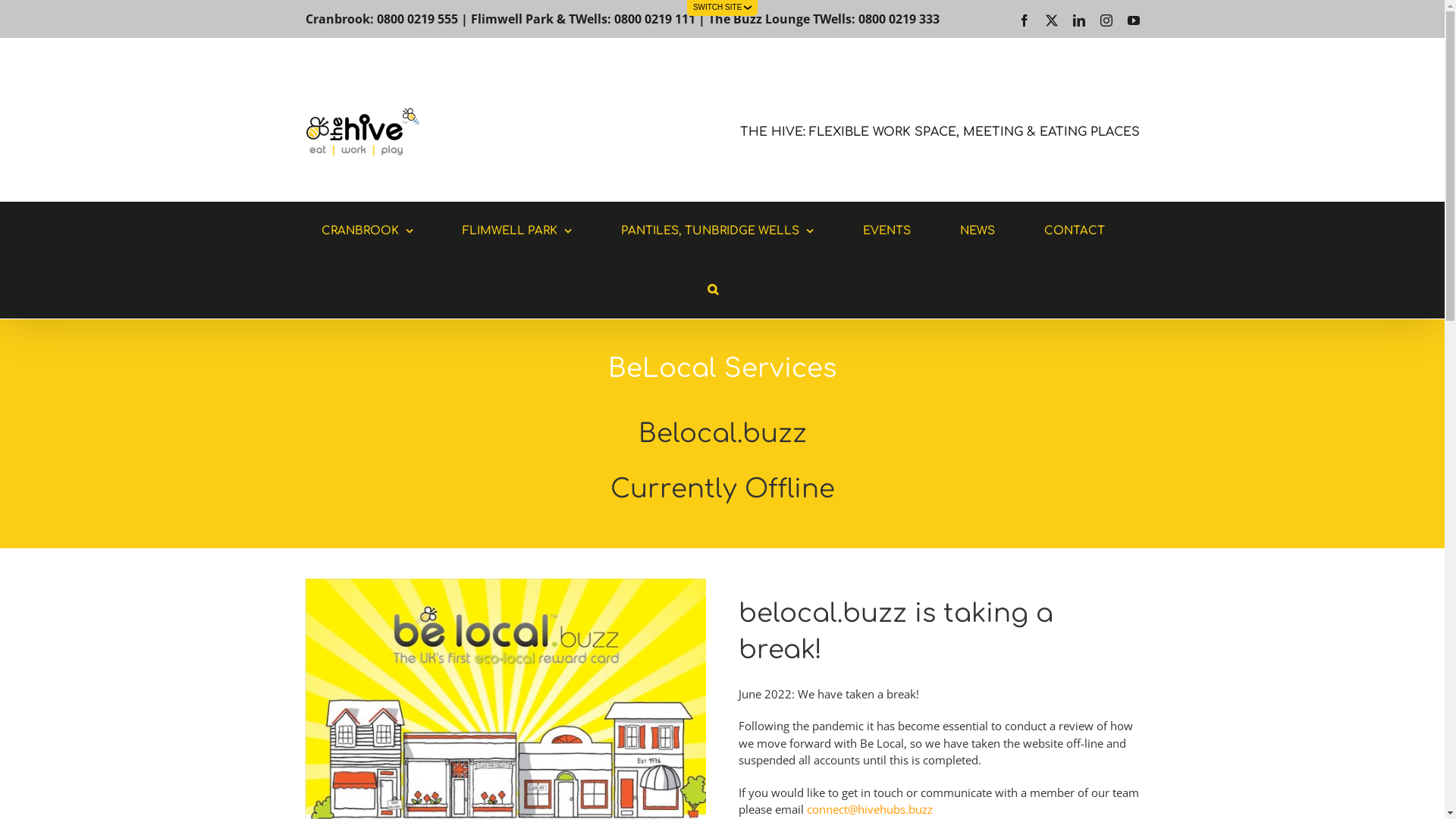 This screenshot has height=819, width=1456. I want to click on 'LinkedIn', so click(1077, 20).